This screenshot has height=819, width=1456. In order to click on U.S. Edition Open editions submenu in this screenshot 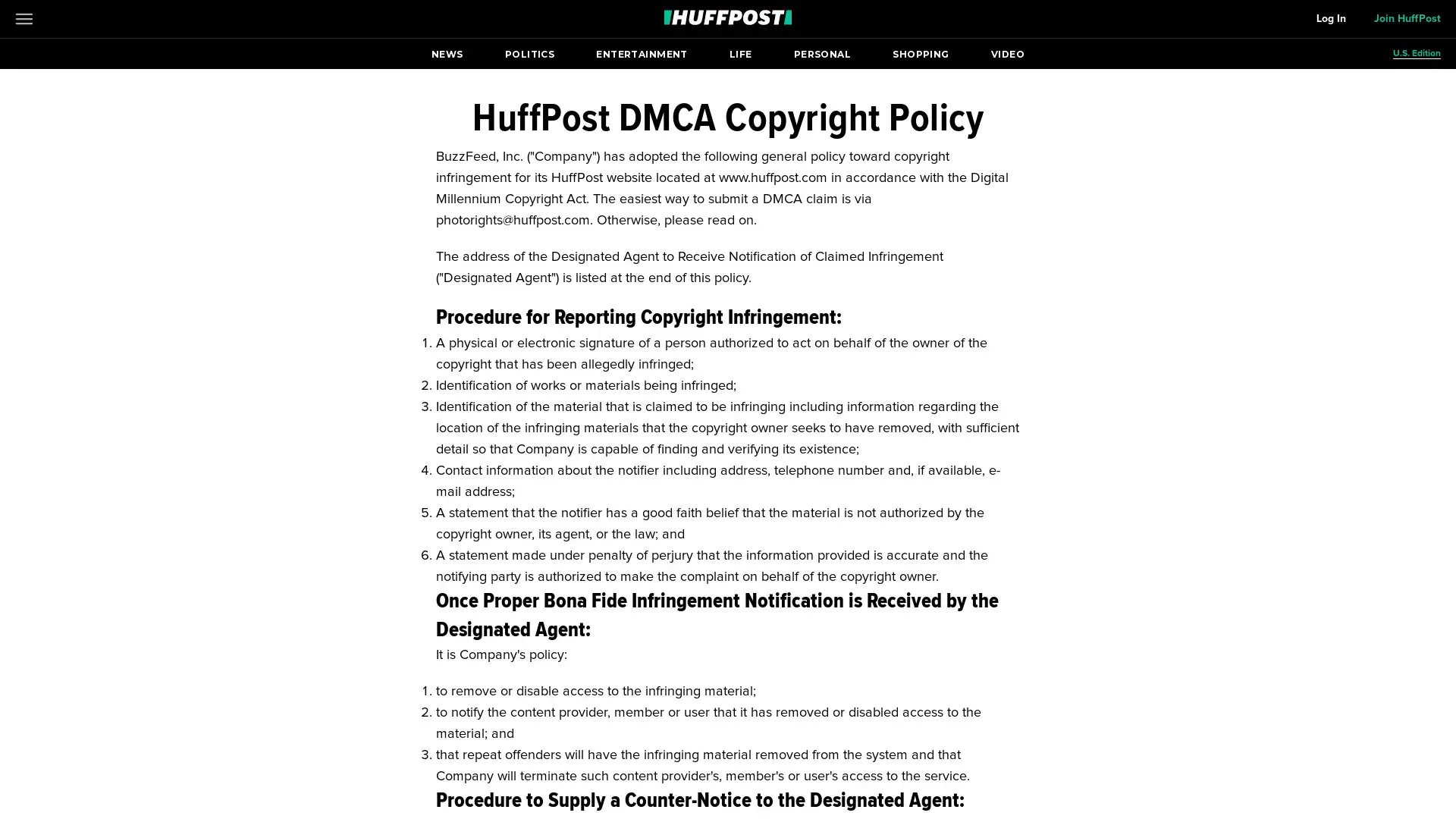, I will do `click(1416, 53)`.